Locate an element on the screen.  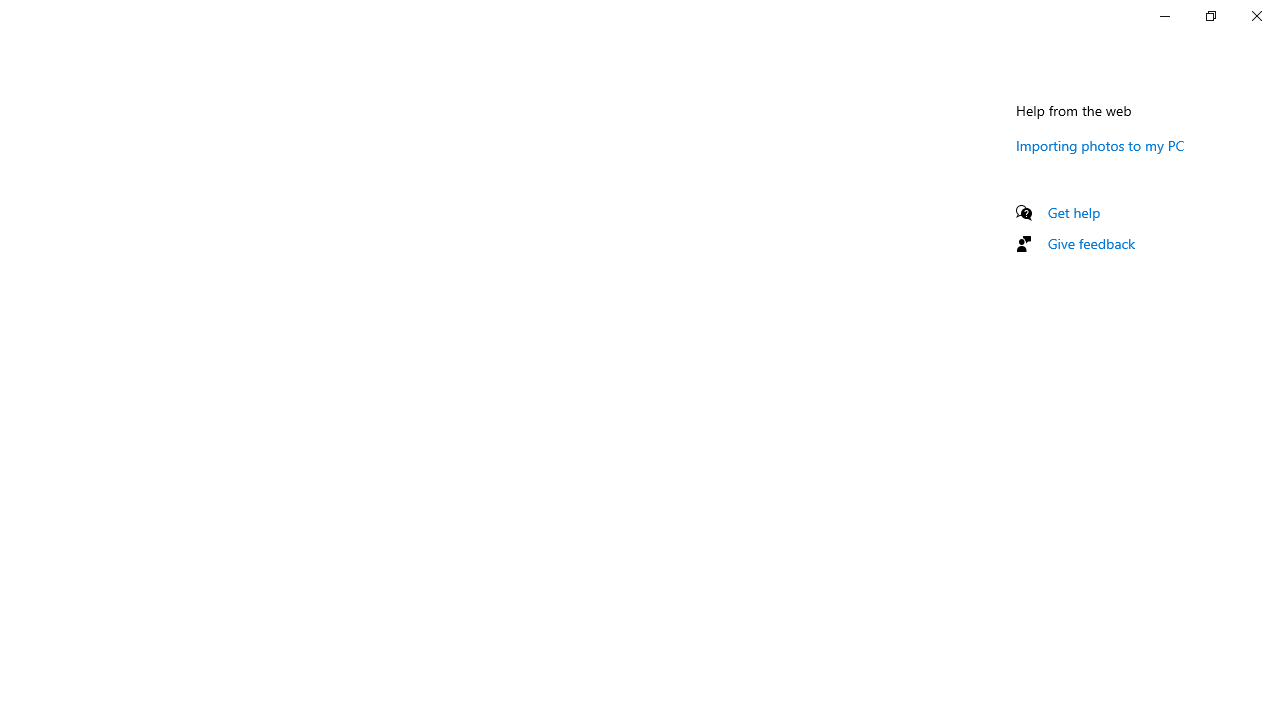
'Minimize Settings' is located at coordinates (1164, 15).